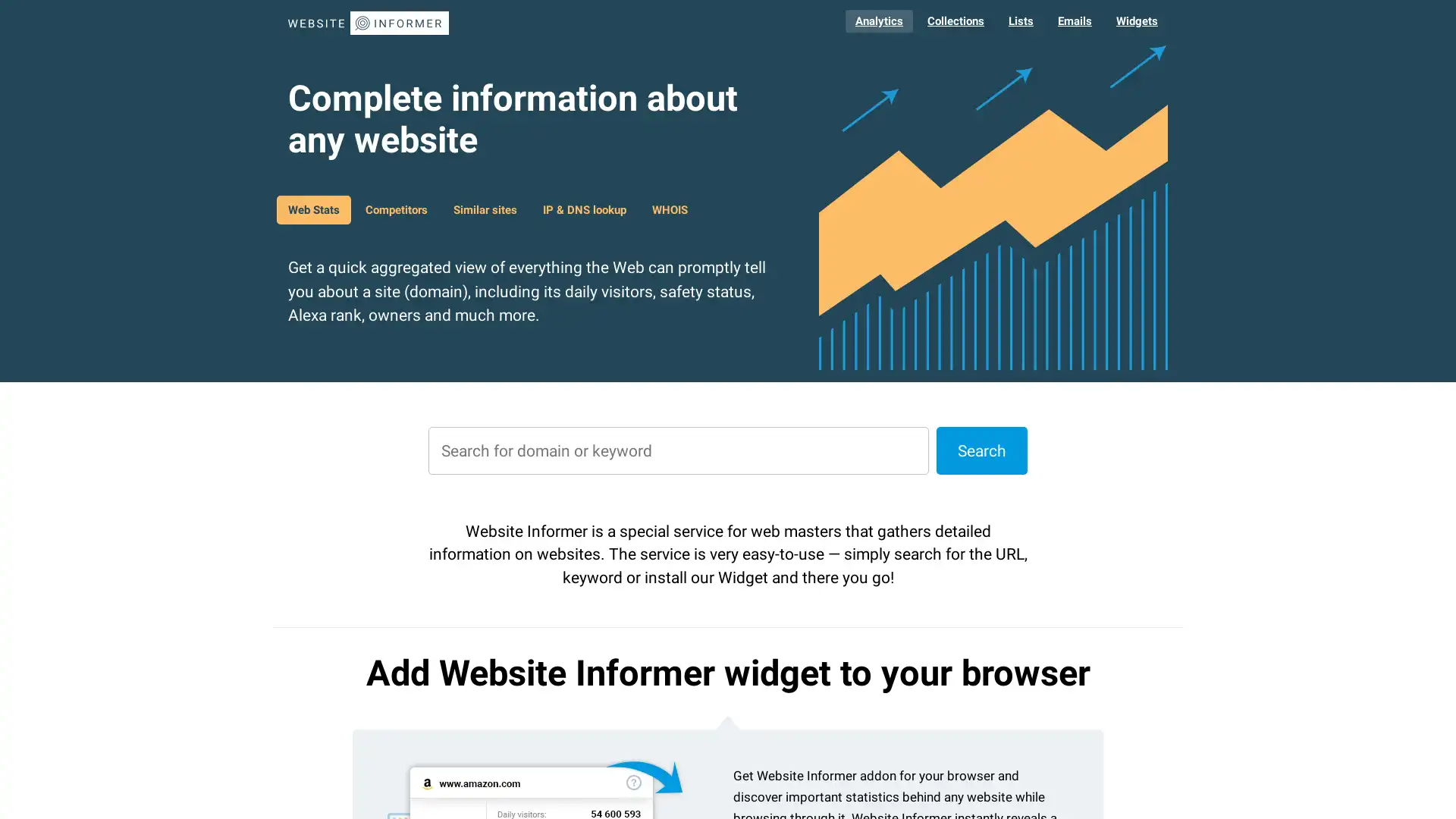 The width and height of the screenshot is (1456, 819). I want to click on Search, so click(982, 450).